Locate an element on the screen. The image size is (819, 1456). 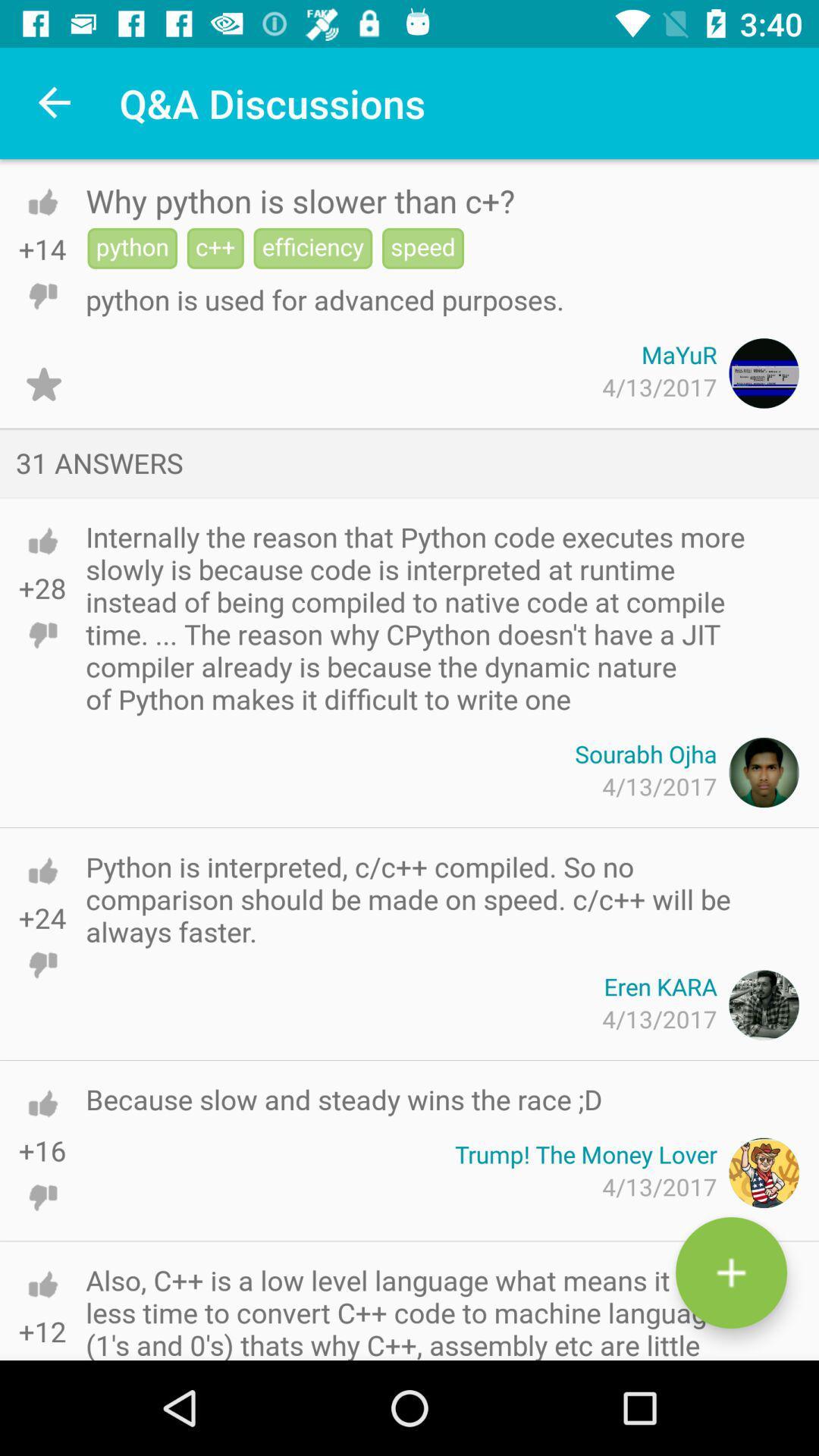
like is located at coordinates (42, 201).